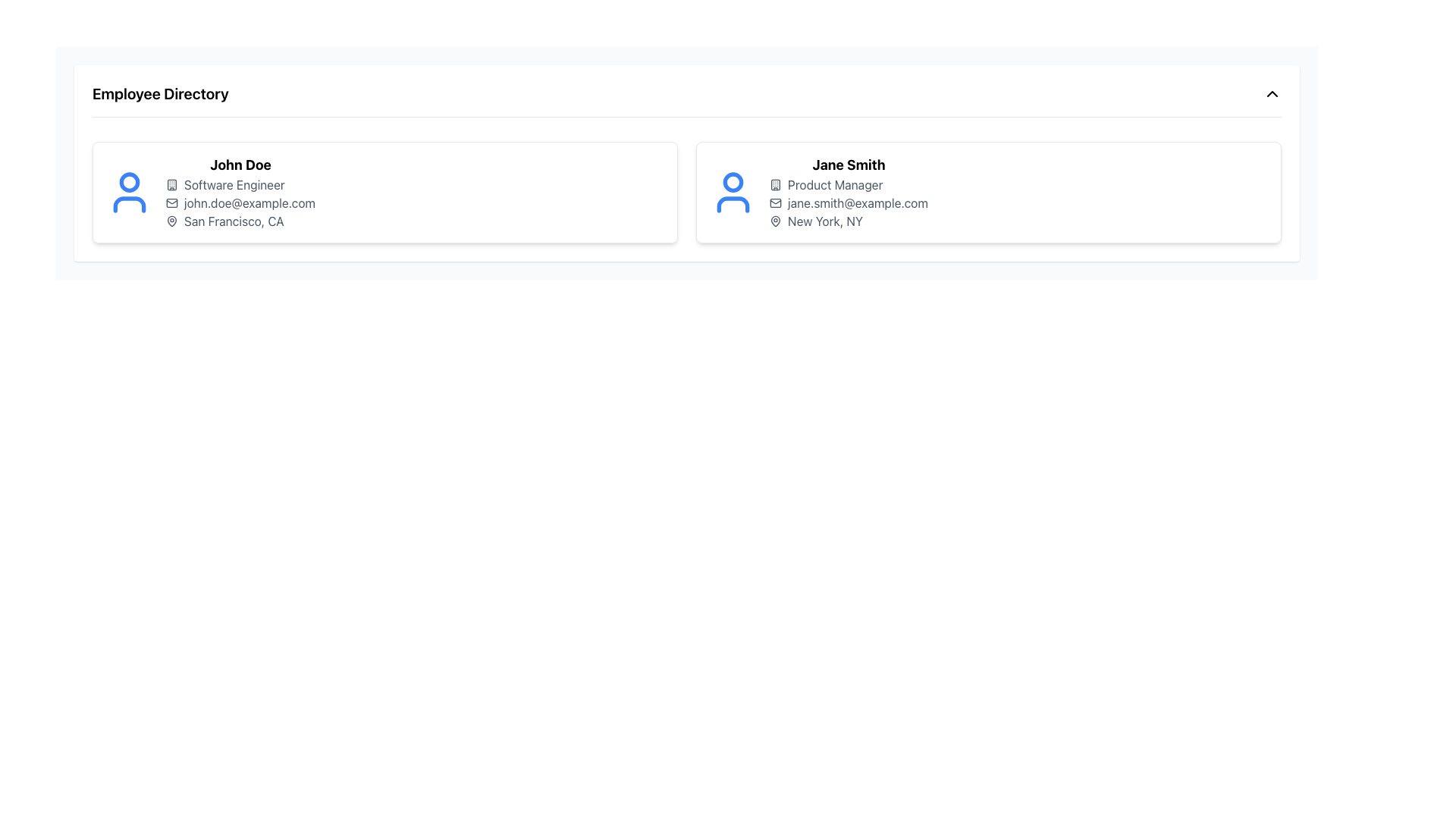 This screenshot has height=819, width=1456. I want to click on the map pin icon located to the left of the text 'New York, NY' in the Employee Directory card for 'Jane Smith', so click(775, 221).